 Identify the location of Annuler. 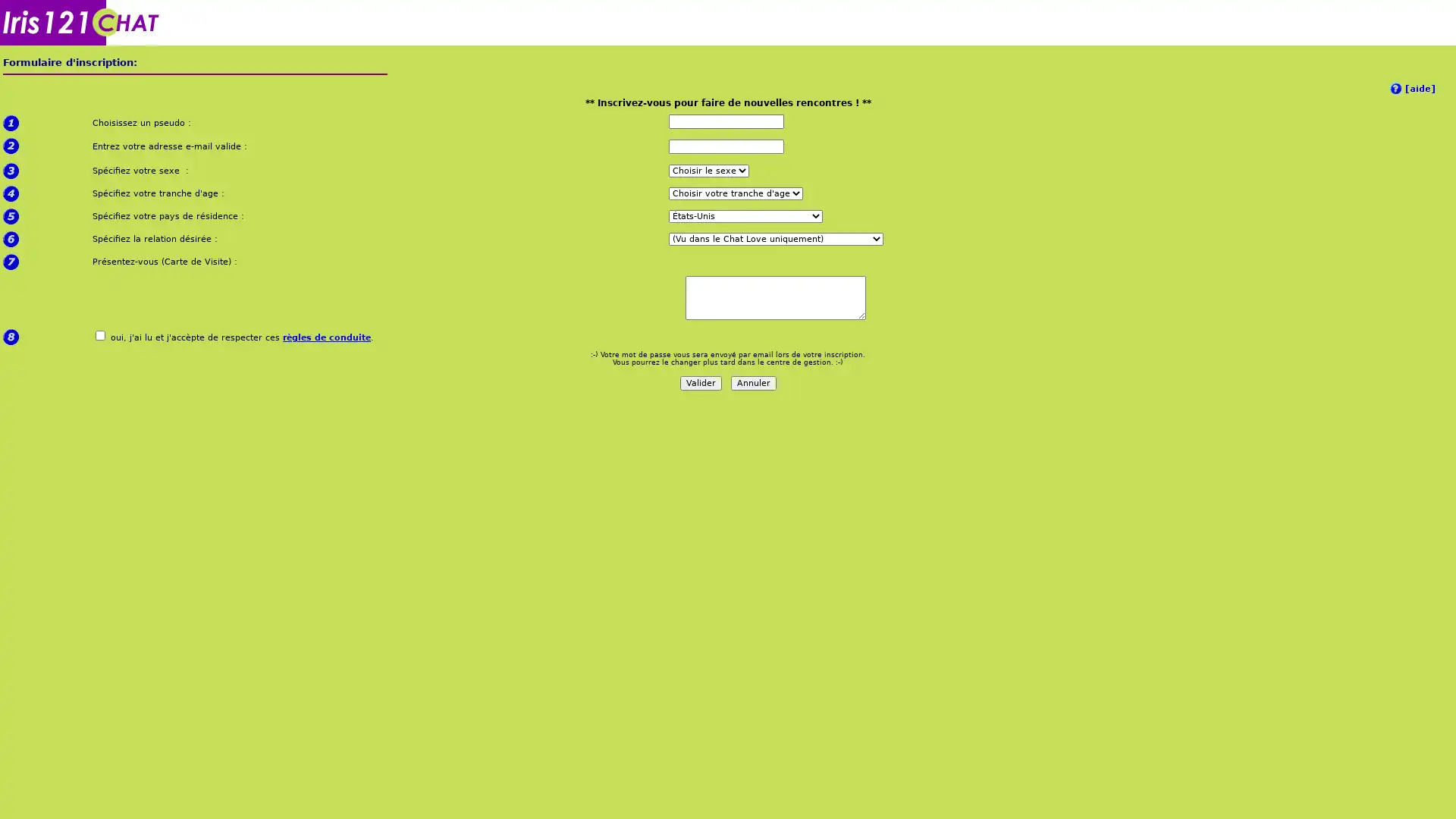
(753, 382).